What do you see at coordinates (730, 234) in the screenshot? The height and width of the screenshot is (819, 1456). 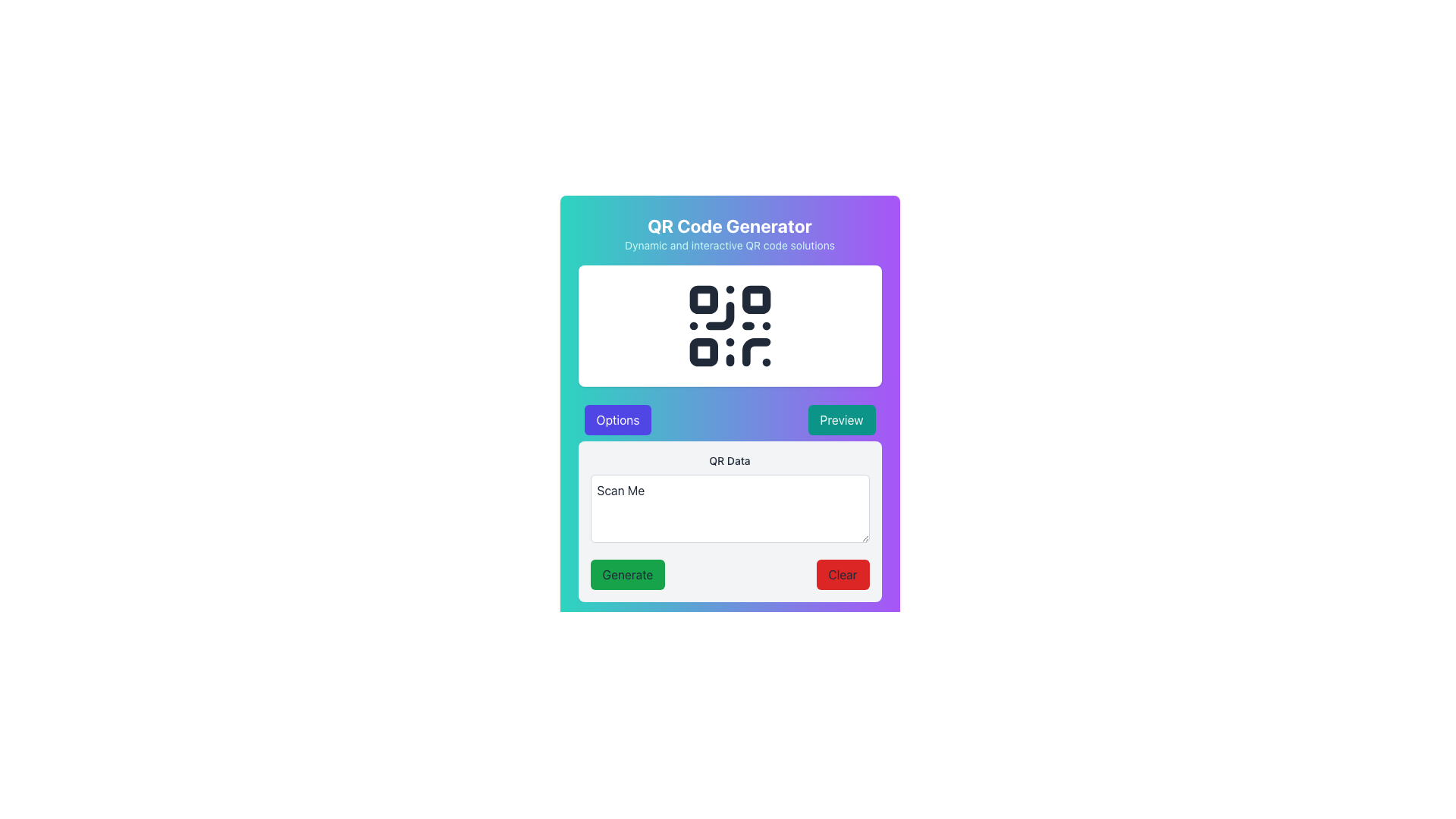 I see `text of the header element labeled 'QR Code Generator' with the subtitle 'Dynamic and interactive QR code solutions.'` at bounding box center [730, 234].